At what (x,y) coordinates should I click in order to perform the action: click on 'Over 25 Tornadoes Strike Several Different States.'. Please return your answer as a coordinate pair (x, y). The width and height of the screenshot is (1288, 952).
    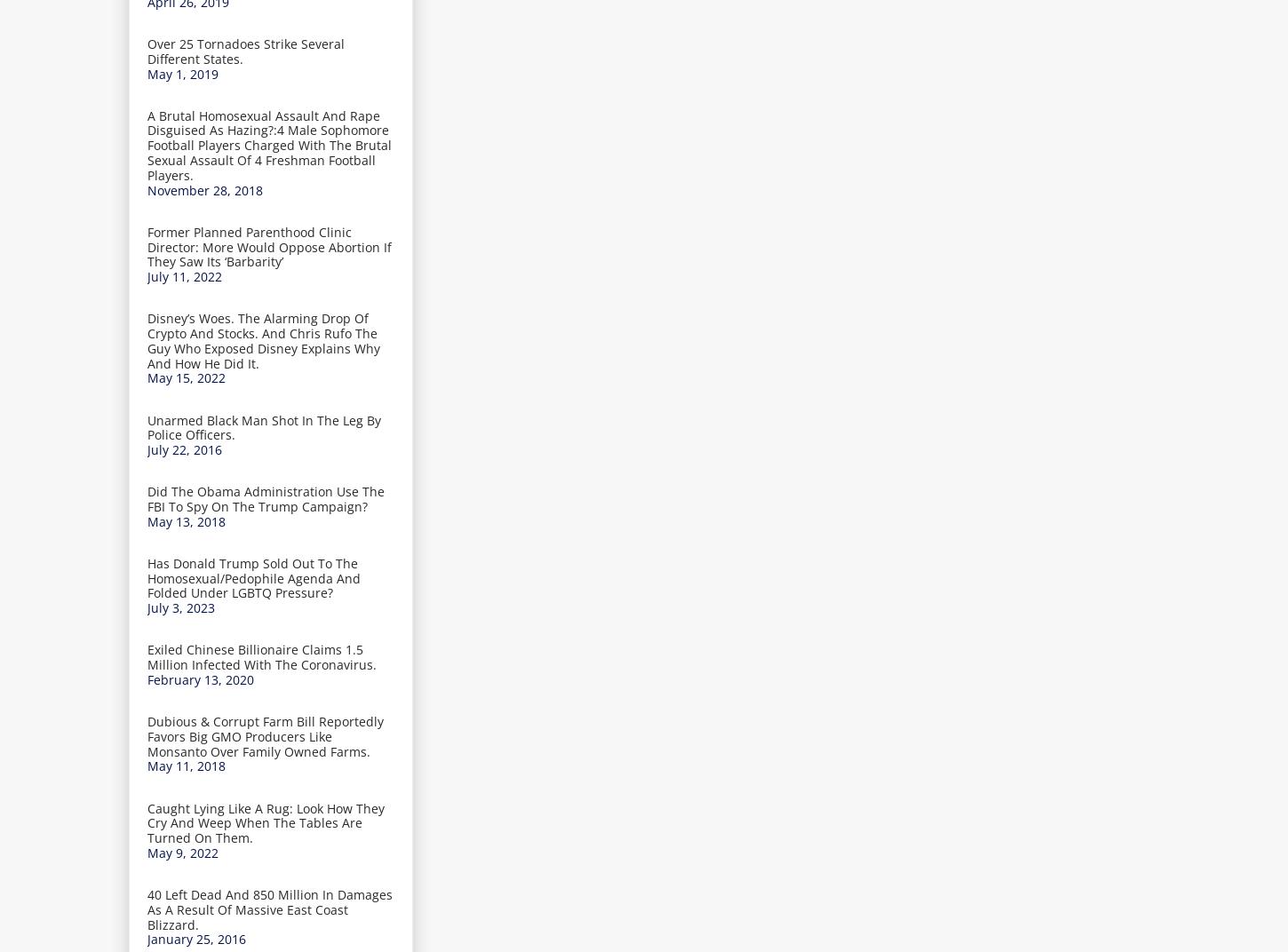
    Looking at the image, I should click on (245, 50).